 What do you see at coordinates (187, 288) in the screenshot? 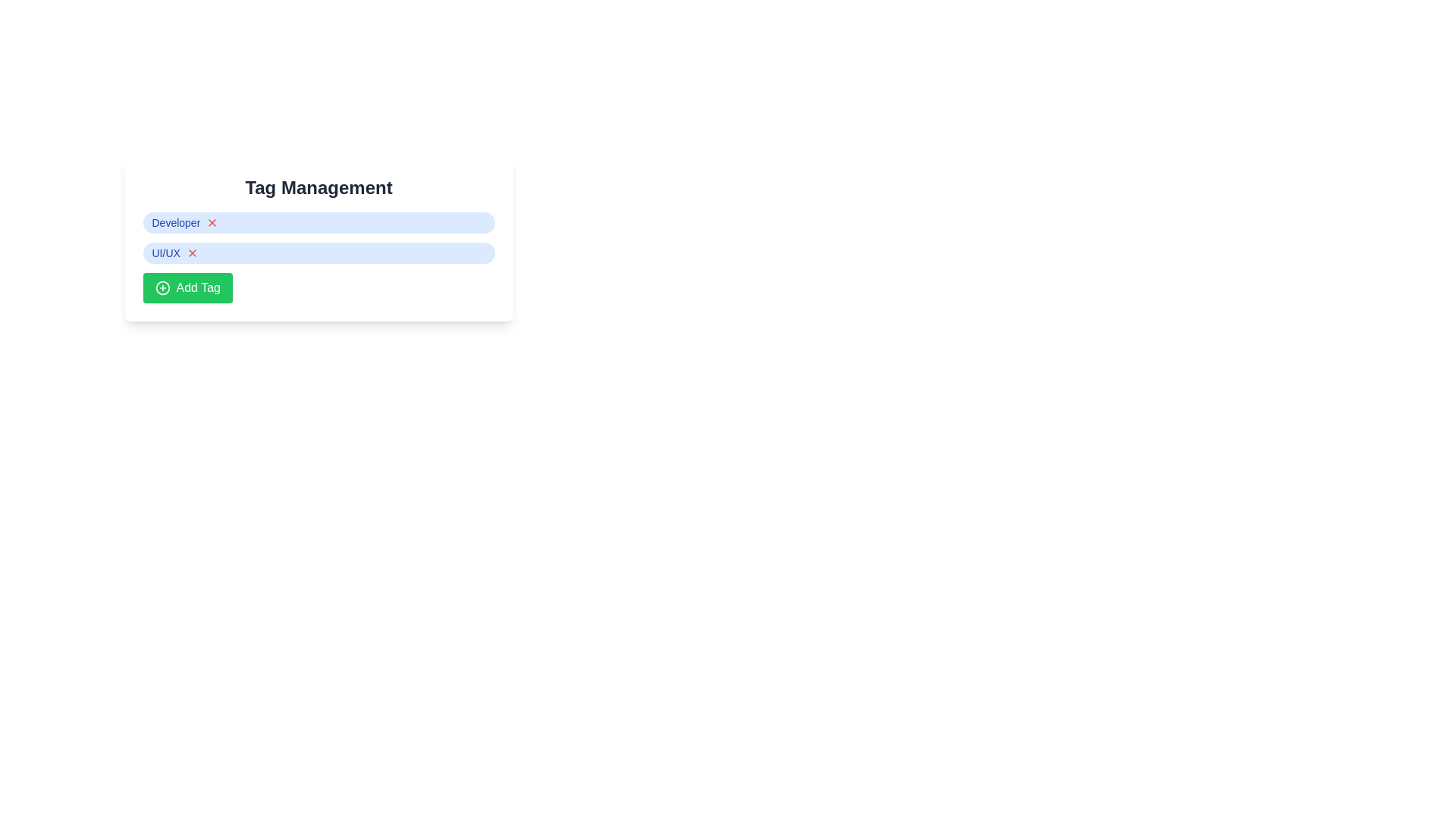
I see `the 'Add Tag' button, which is a green rectangular button with rounded corners located at the bottom of the 'Tag Management' section` at bounding box center [187, 288].